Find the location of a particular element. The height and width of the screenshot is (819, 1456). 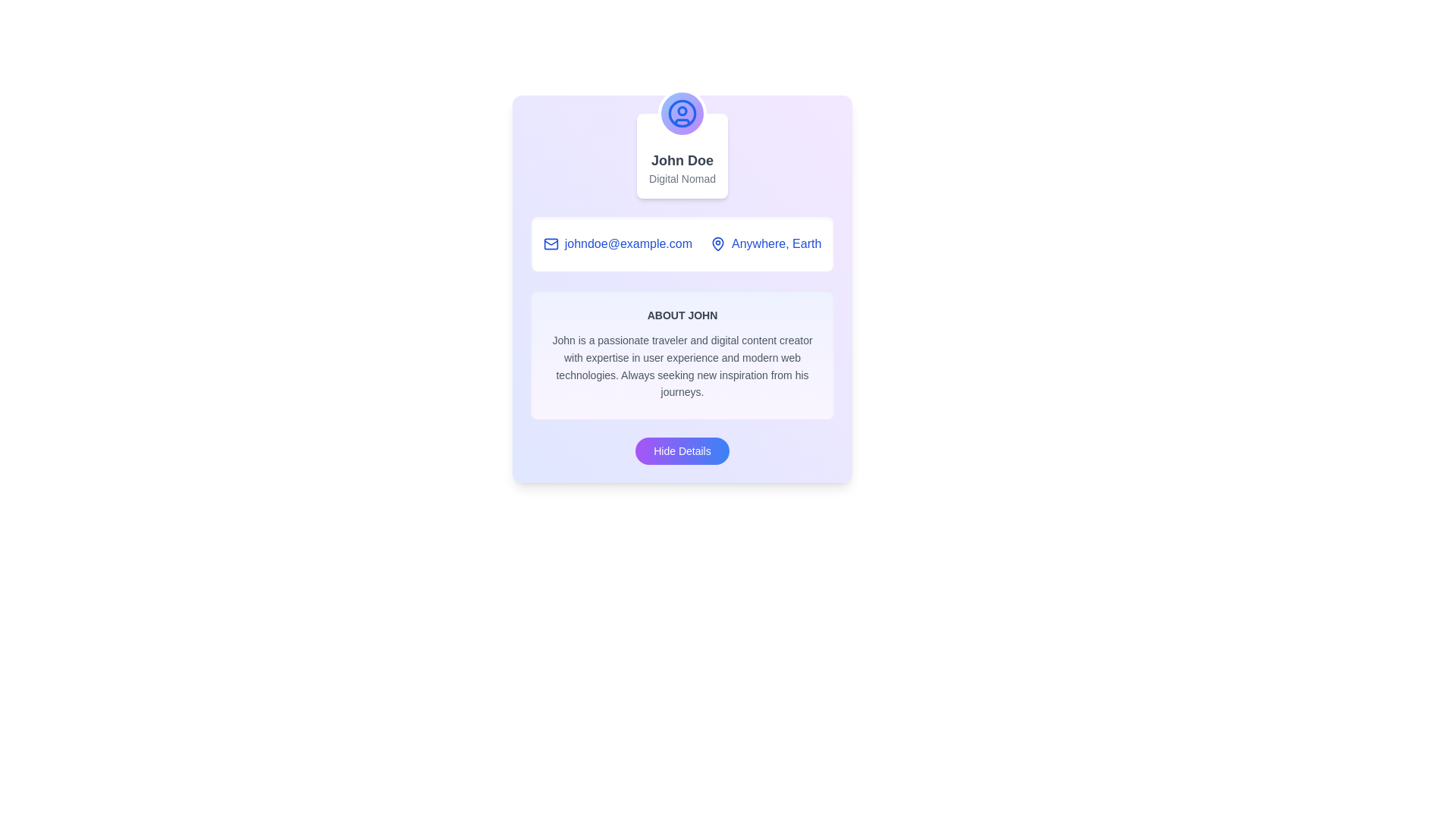

the text label that serves as a title or heading for the content about John, positioned centrally above the descriptive paragraph is located at coordinates (682, 315).